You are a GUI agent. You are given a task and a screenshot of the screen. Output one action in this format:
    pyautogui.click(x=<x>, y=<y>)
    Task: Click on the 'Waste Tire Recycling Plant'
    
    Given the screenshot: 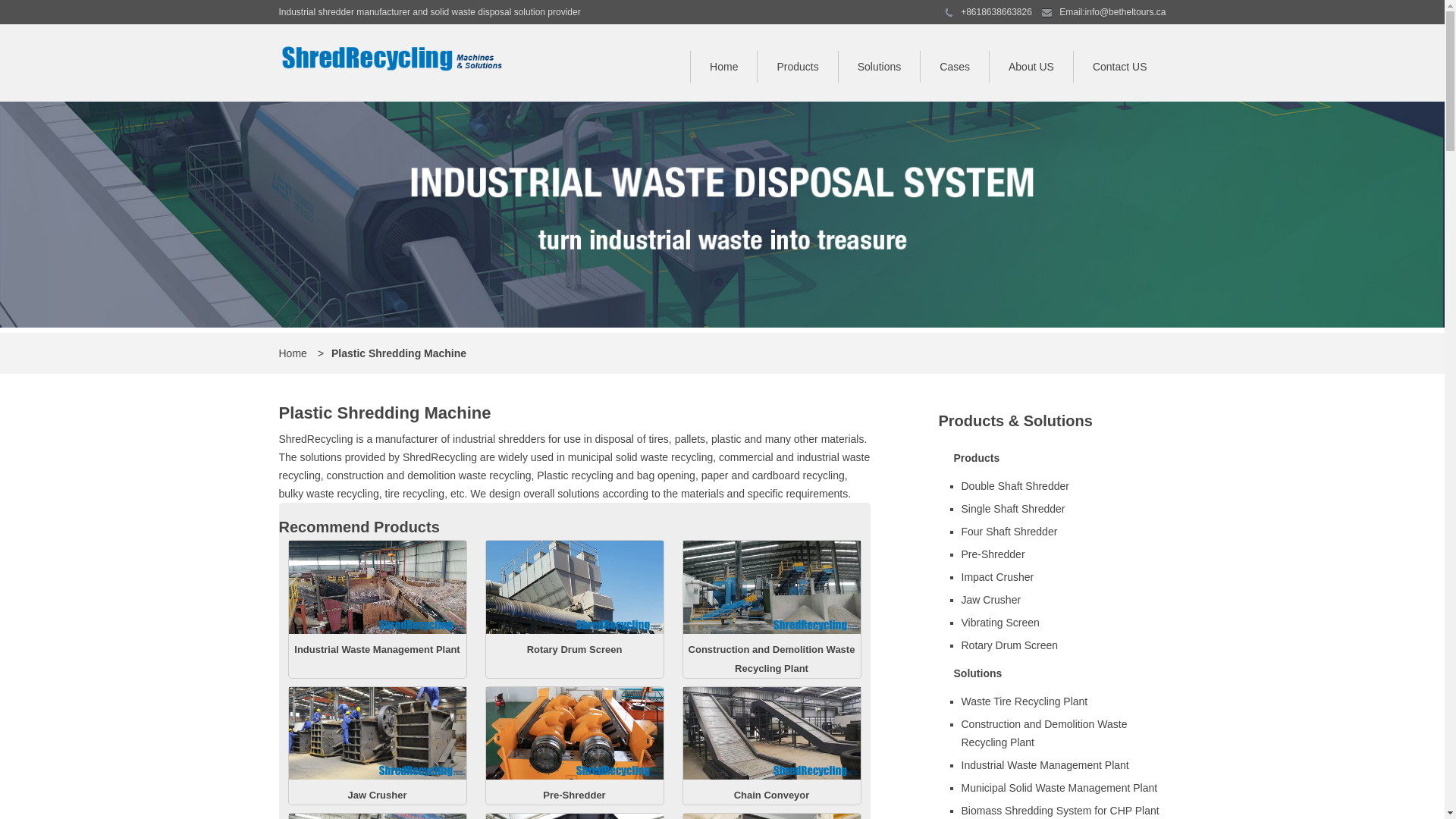 What is the action you would take?
    pyautogui.click(x=960, y=701)
    